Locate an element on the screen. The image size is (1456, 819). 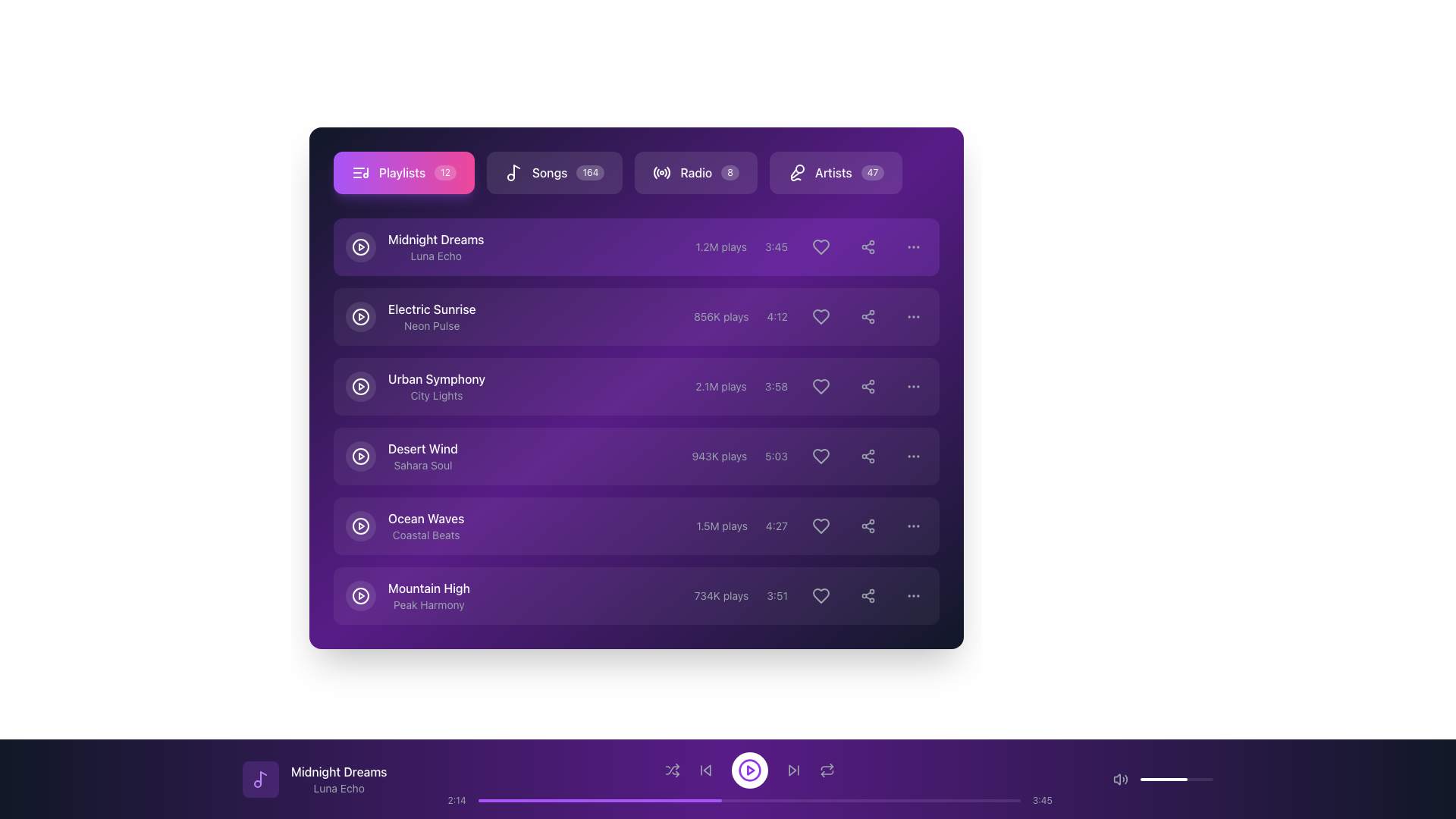
progress is located at coordinates (629, 800).